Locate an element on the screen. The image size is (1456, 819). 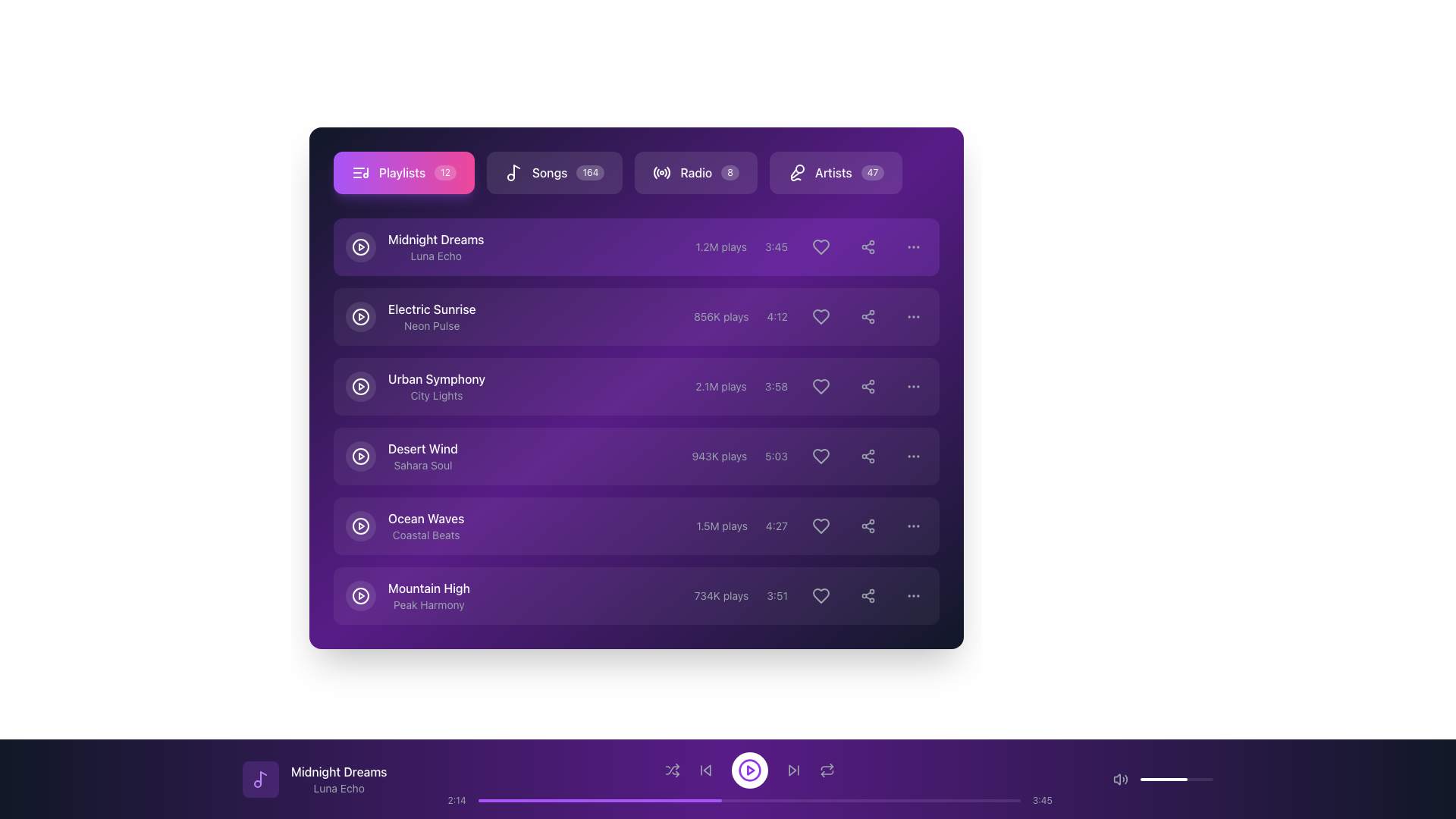
progress is located at coordinates (629, 800).